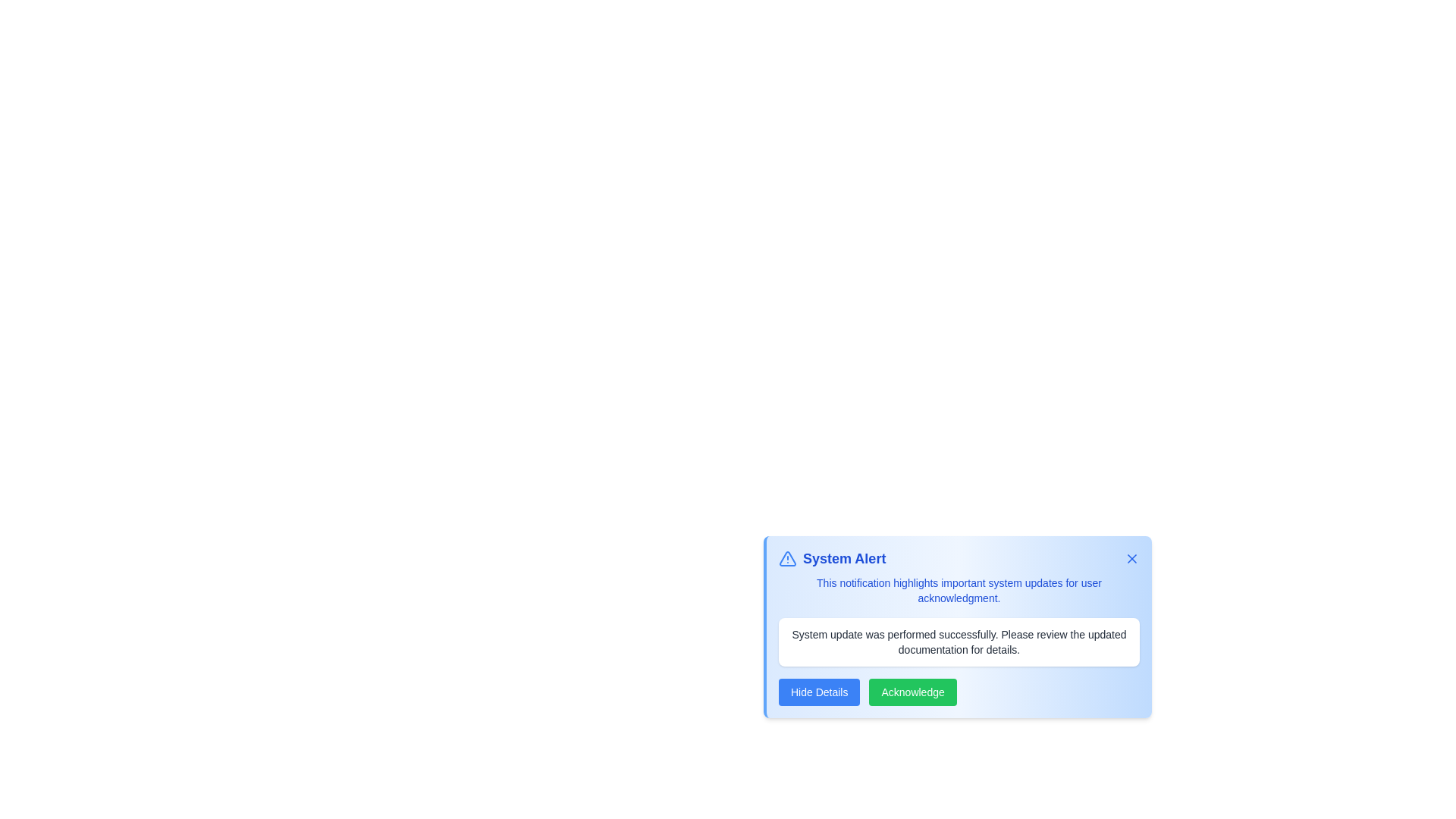  Describe the element at coordinates (912, 692) in the screenshot. I see `the 'Acknowledge' button to acknowledge the notification` at that location.